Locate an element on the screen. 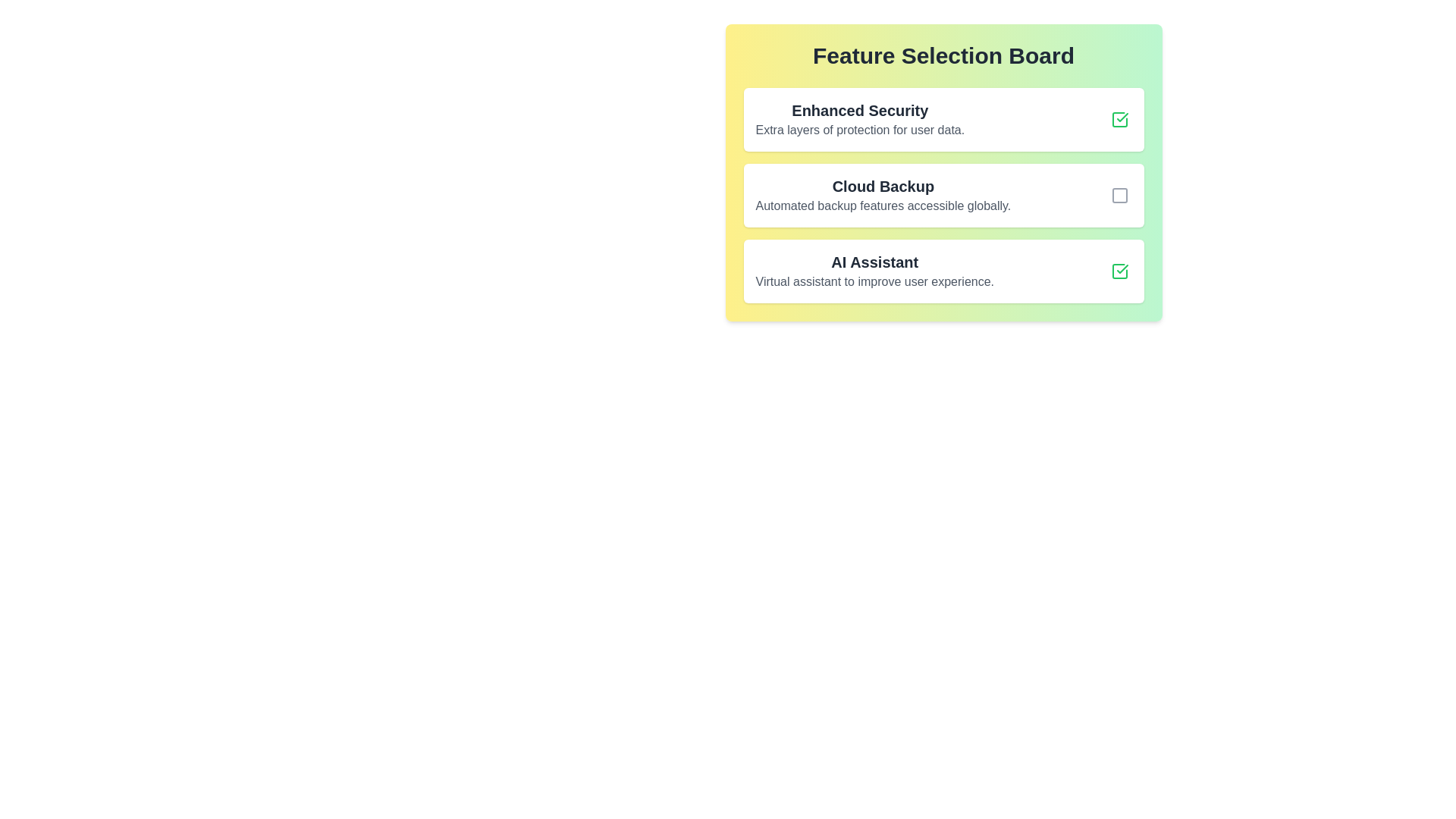  the text label displaying 'Cloud Backup', which is styled with a bold and large font in dark gray, located in the second section of the feature selection list is located at coordinates (883, 186).